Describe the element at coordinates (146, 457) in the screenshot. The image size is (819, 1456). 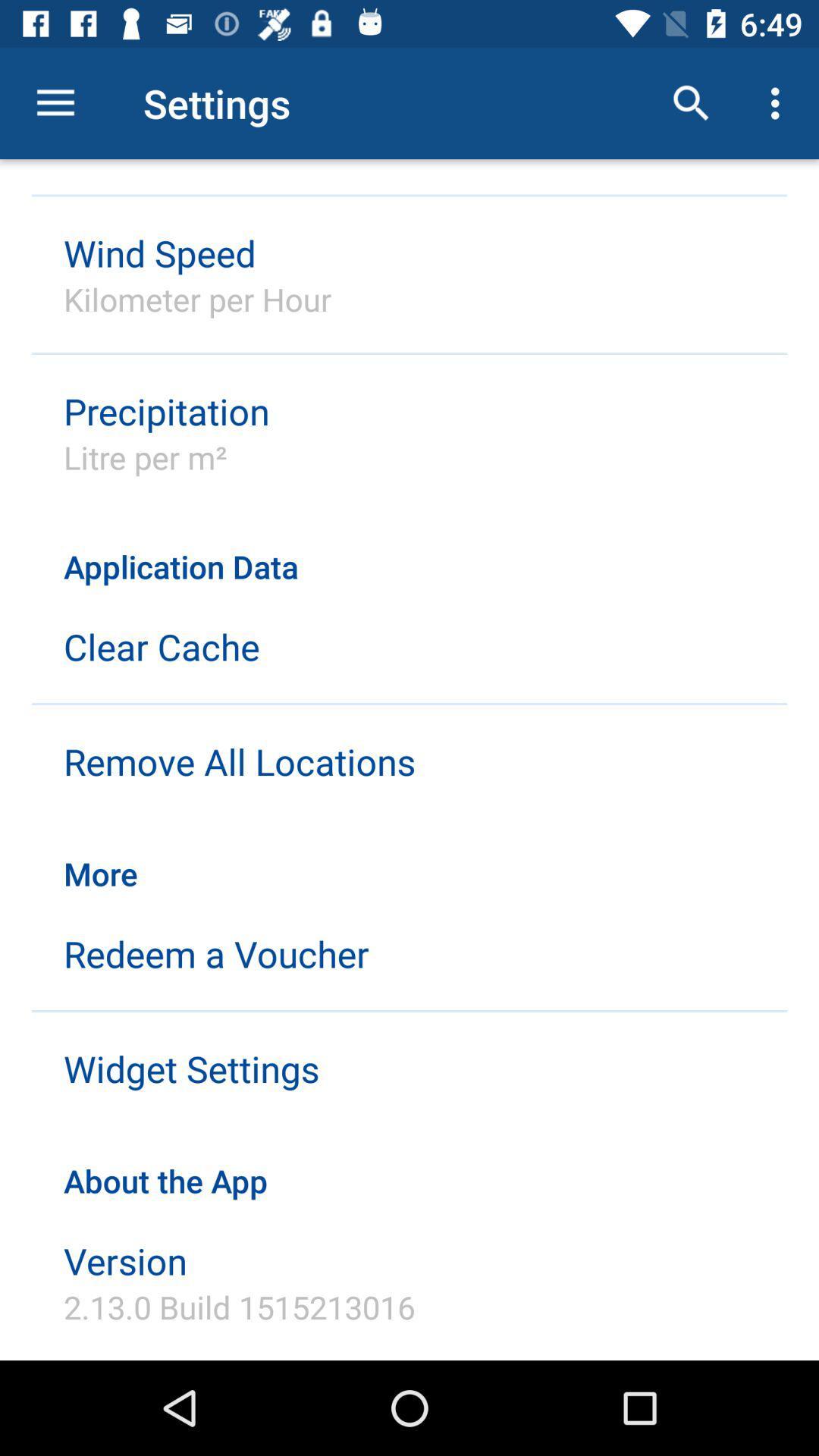
I see `the icon below precipitation icon` at that location.